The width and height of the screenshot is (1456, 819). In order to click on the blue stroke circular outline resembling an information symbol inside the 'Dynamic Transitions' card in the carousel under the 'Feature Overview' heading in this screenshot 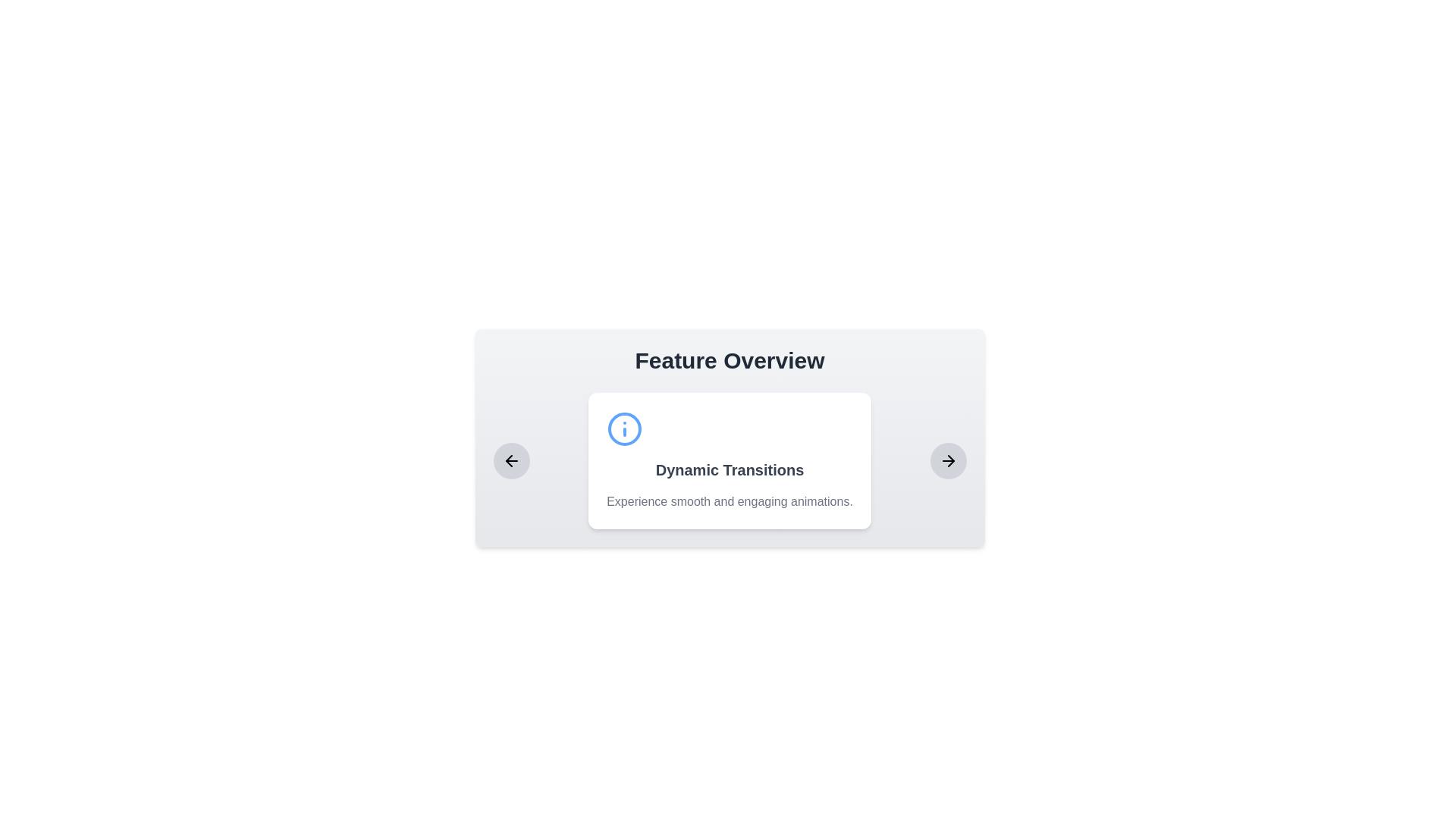, I will do `click(625, 429)`.